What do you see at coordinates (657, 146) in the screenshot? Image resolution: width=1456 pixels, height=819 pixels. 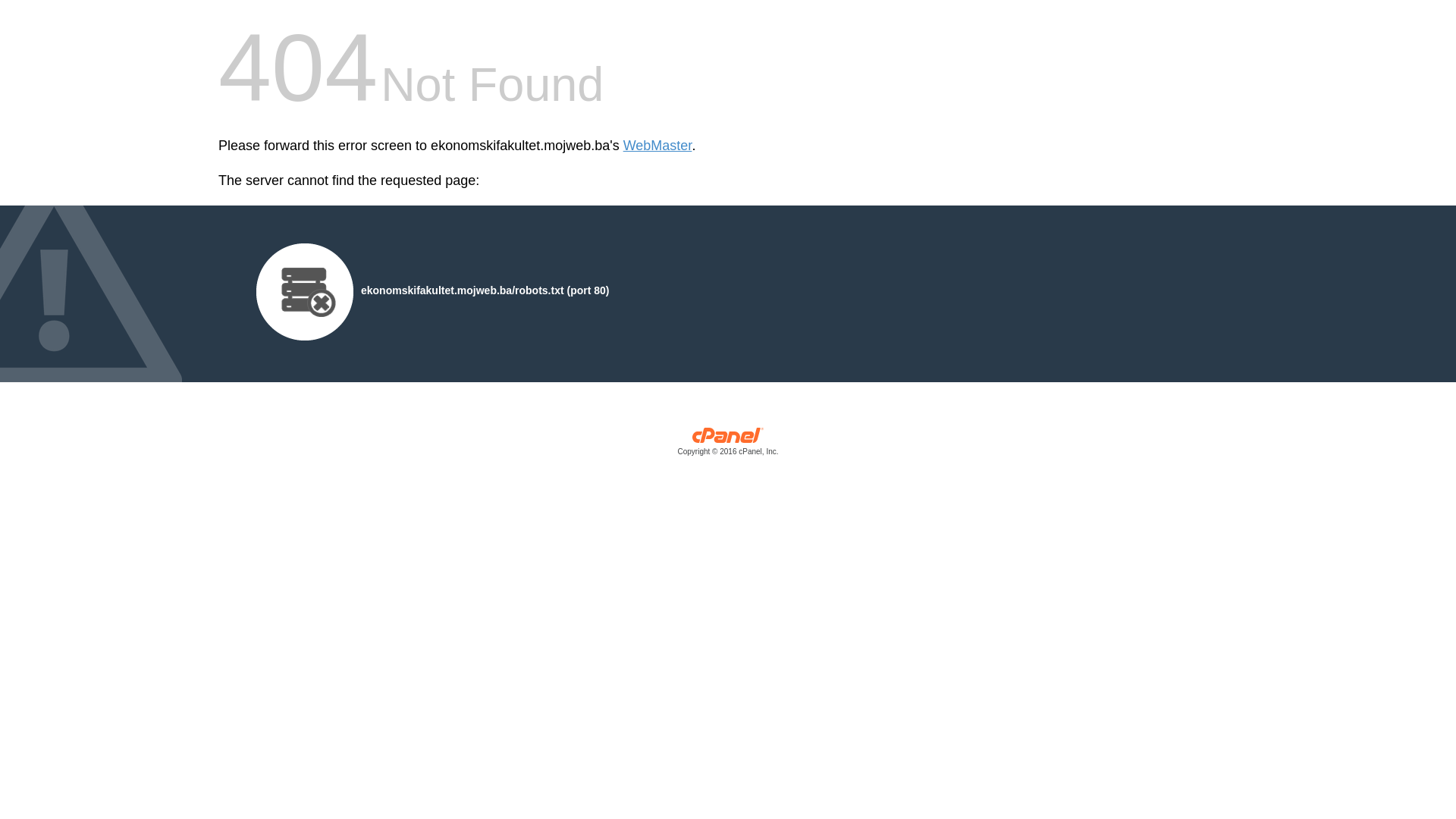 I see `'WebMaster'` at bounding box center [657, 146].